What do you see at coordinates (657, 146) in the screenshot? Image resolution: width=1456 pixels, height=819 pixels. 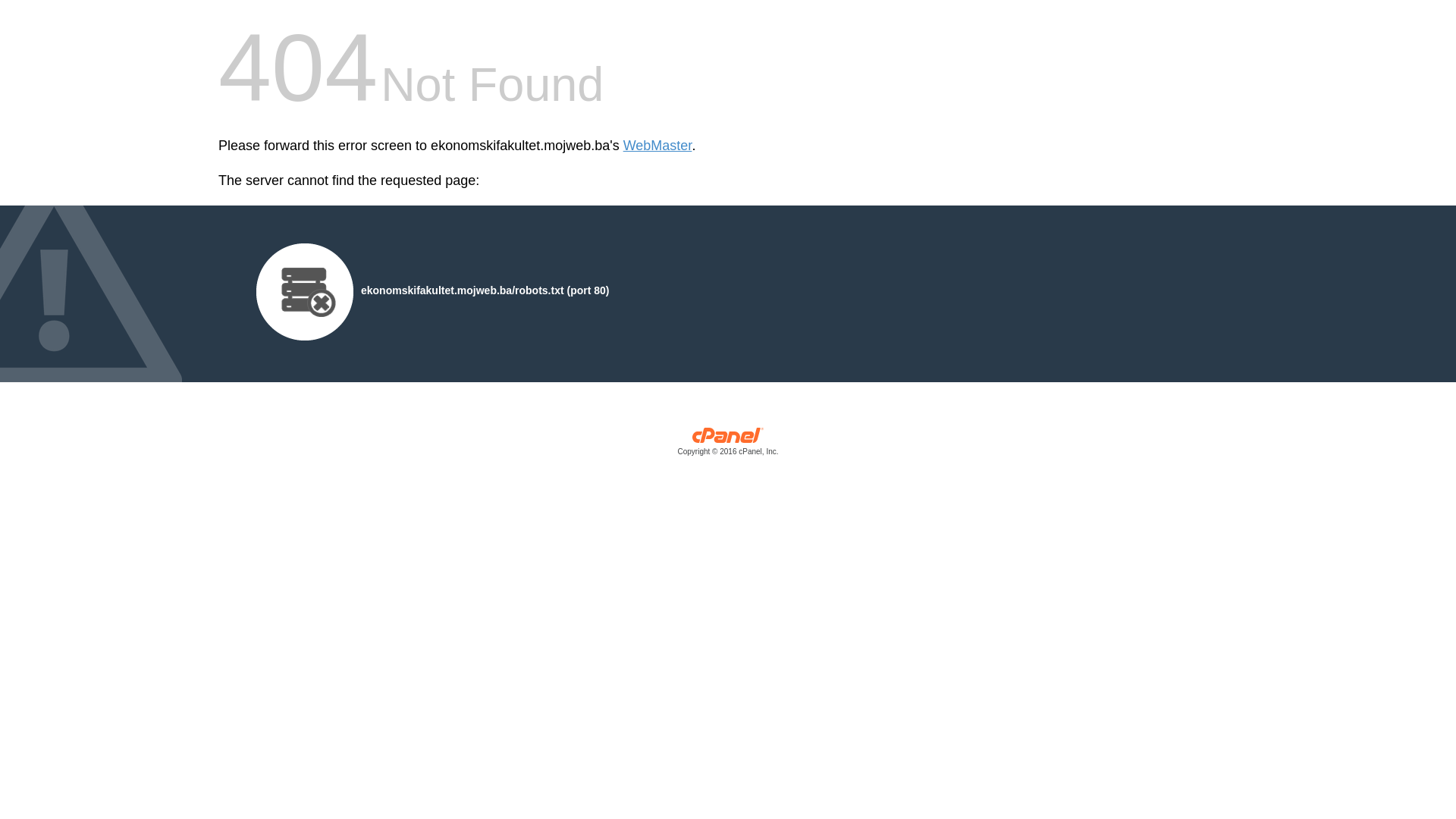 I see `'WebMaster'` at bounding box center [657, 146].